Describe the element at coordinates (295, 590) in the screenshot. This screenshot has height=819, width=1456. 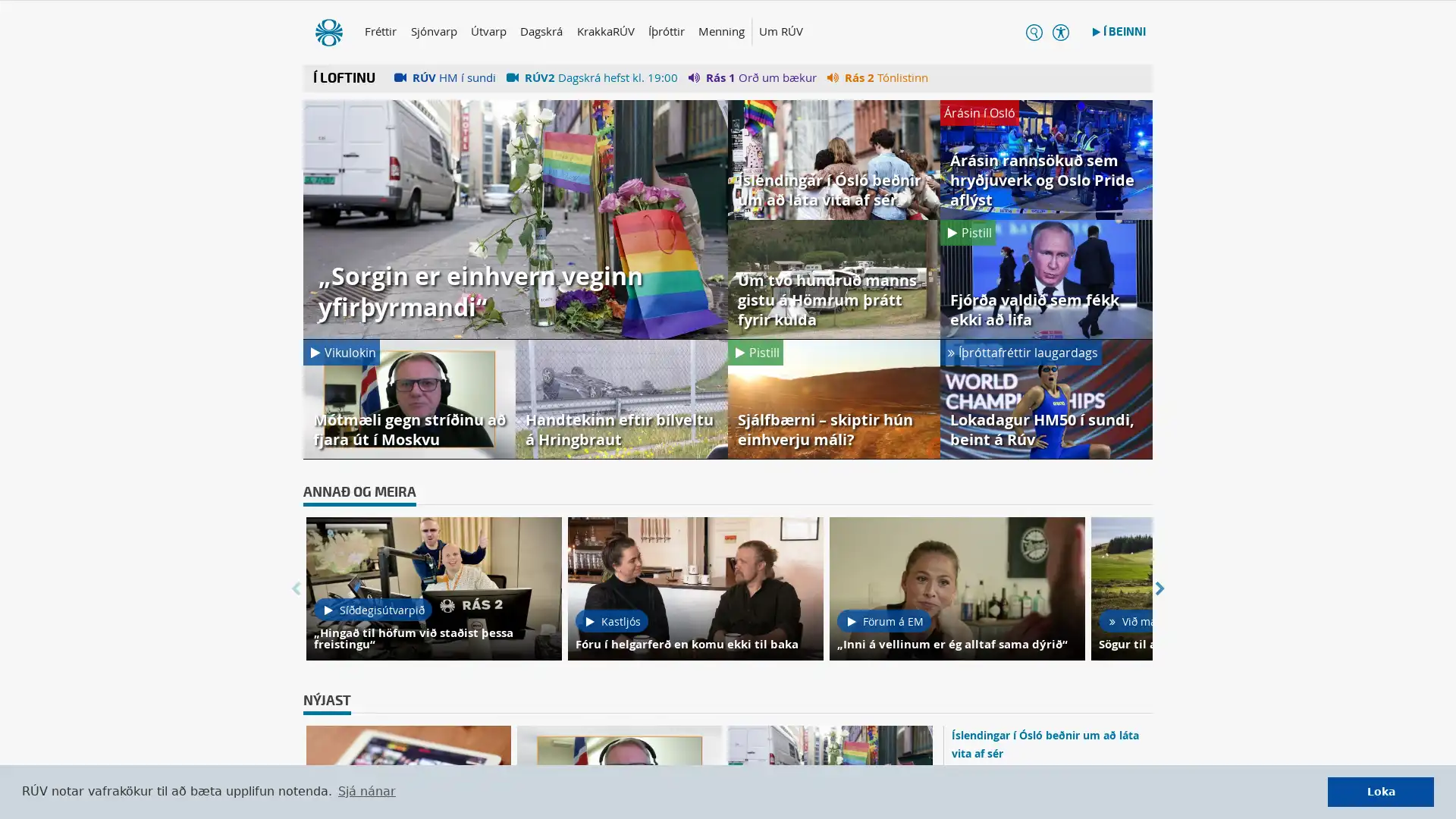
I see `Previous` at that location.